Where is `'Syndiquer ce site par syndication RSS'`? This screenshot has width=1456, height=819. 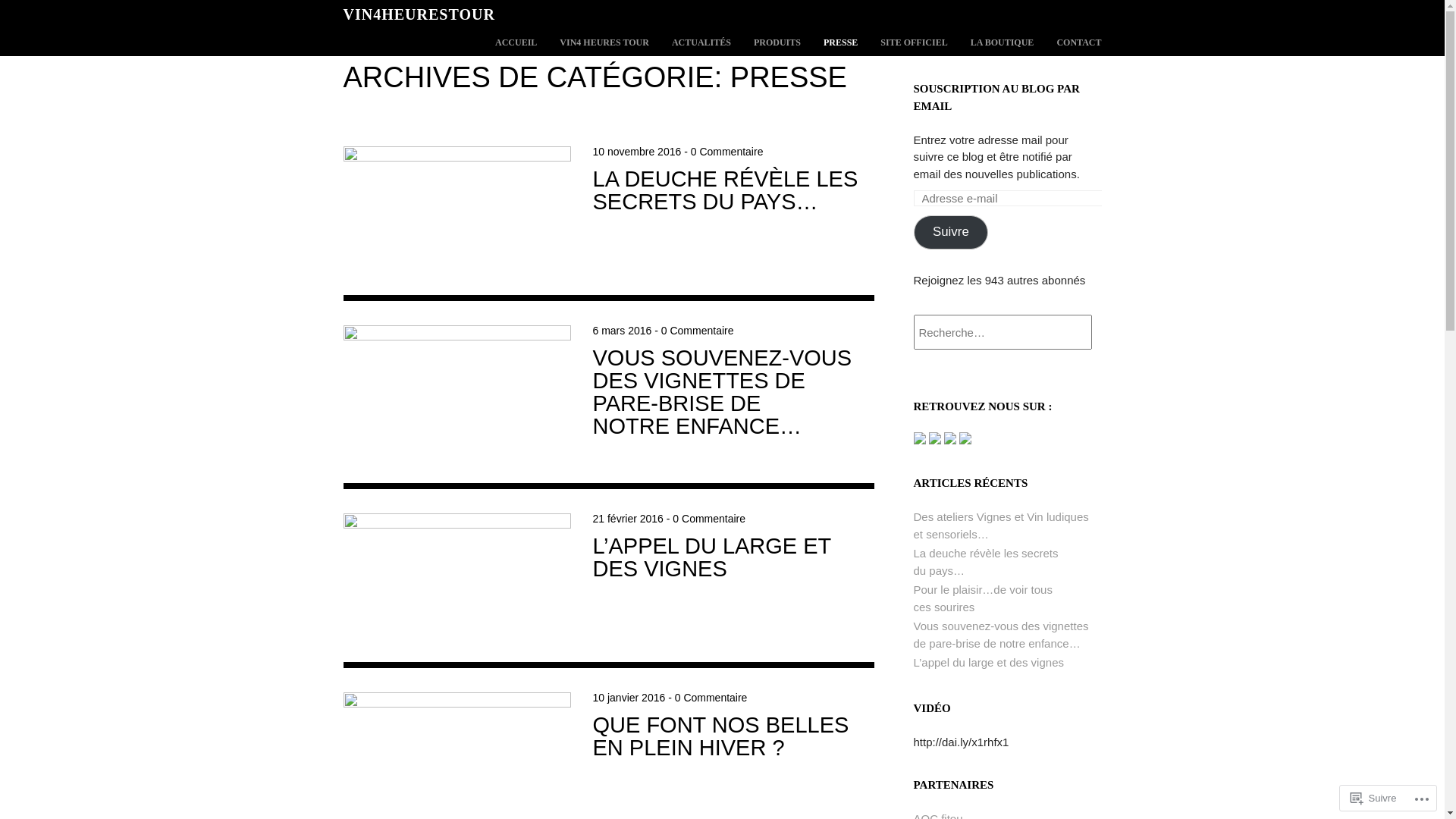
'Syndiquer ce site par syndication RSS' is located at coordinates (950, 440).